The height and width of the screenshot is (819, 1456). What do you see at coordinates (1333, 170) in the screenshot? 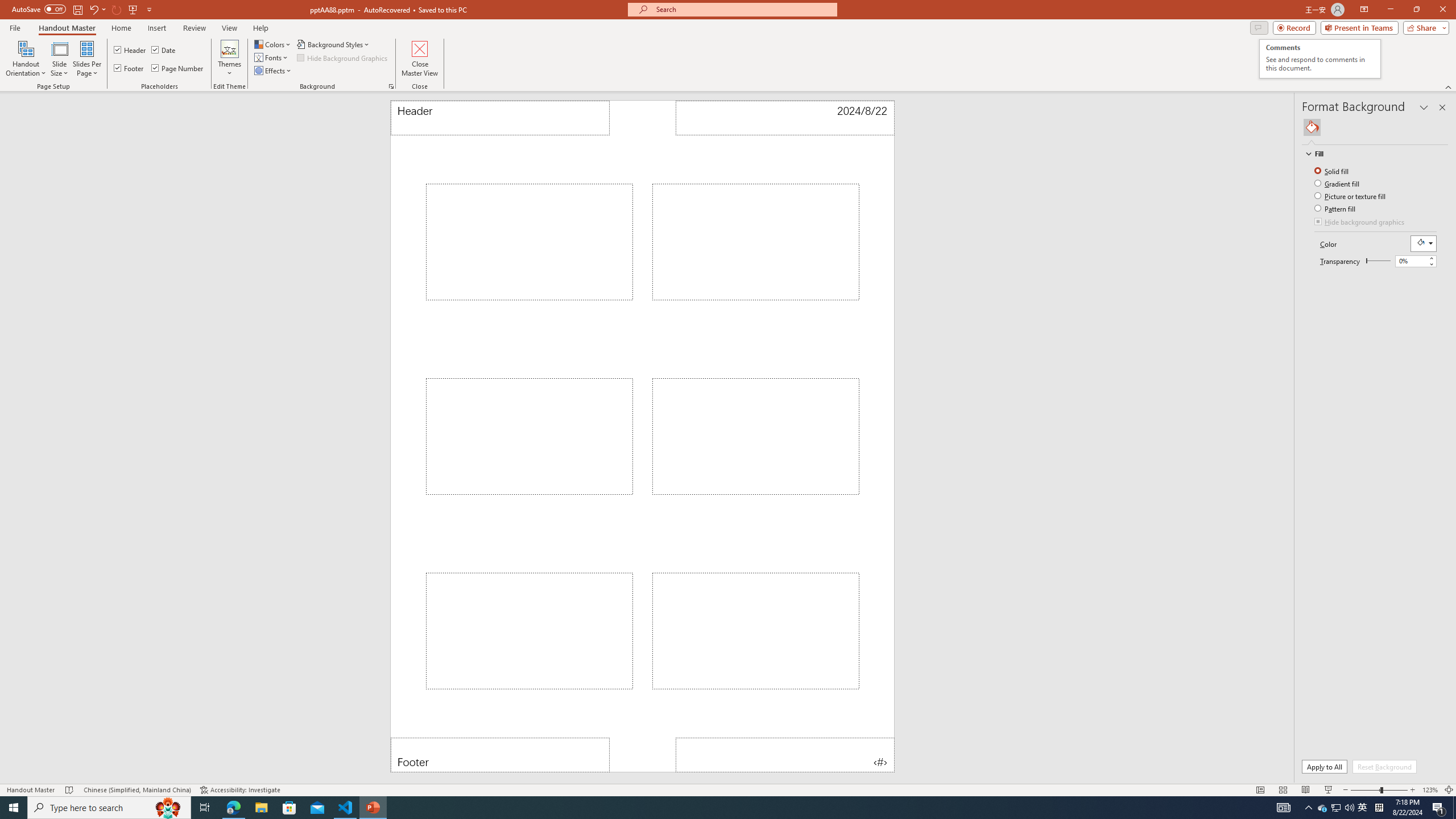
I see `'Solid fill'` at bounding box center [1333, 170].